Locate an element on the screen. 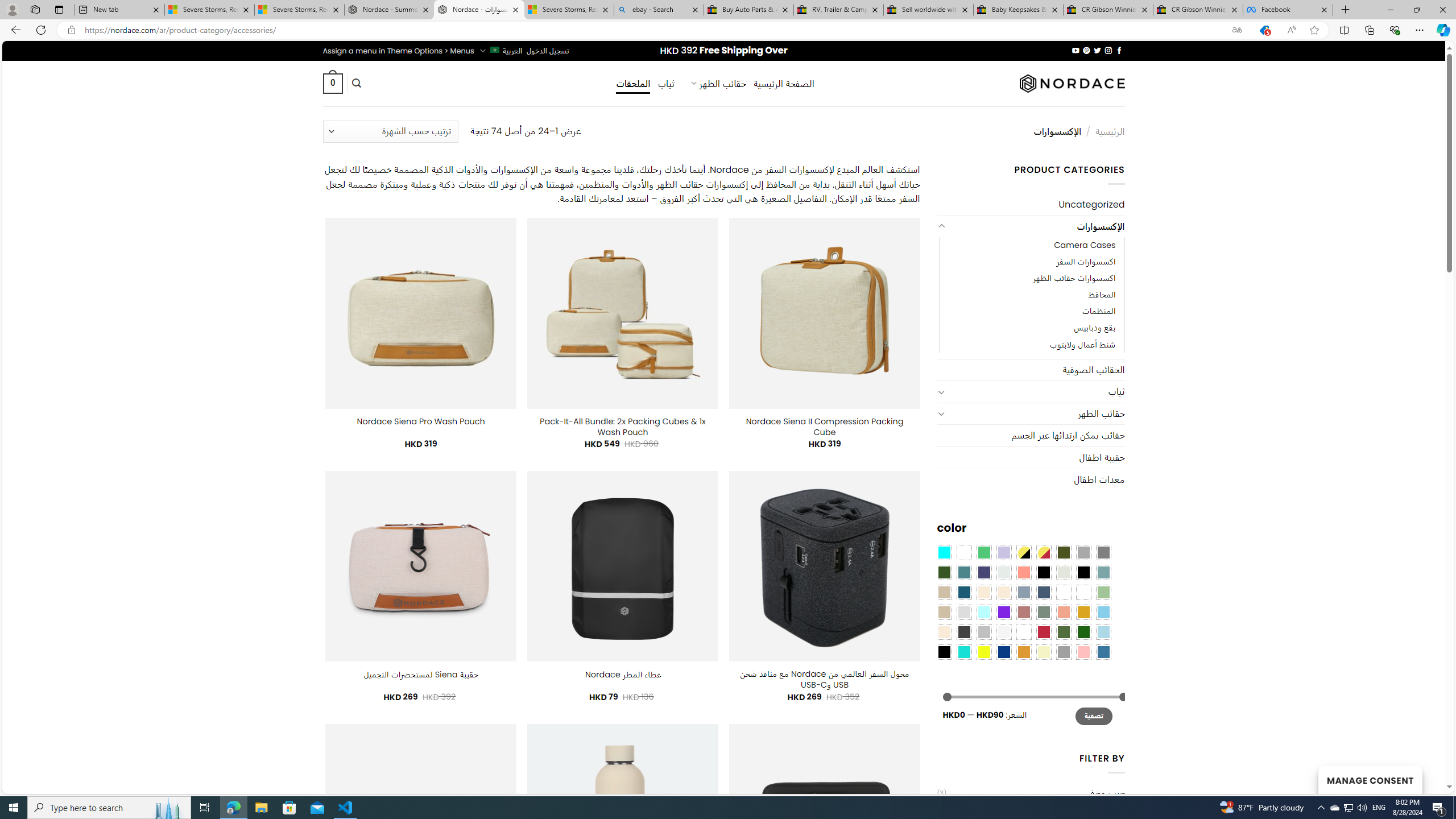 The width and height of the screenshot is (1456, 819). 'This site has coupons! Shopping in Microsoft Edge, 5' is located at coordinates (1263, 30).